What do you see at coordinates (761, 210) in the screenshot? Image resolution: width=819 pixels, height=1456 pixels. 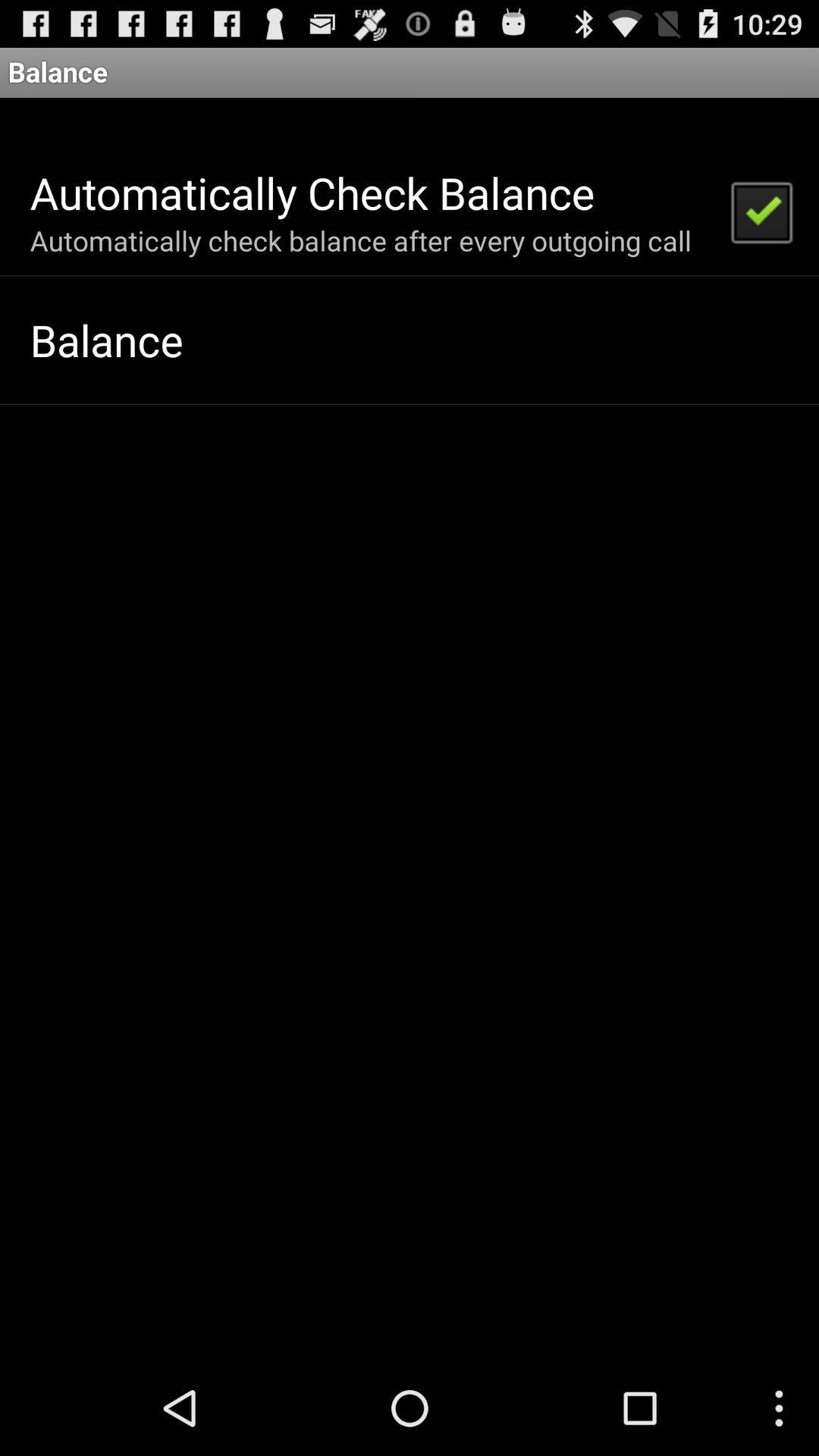 I see `icon to the right of the automatically check balance` at bounding box center [761, 210].